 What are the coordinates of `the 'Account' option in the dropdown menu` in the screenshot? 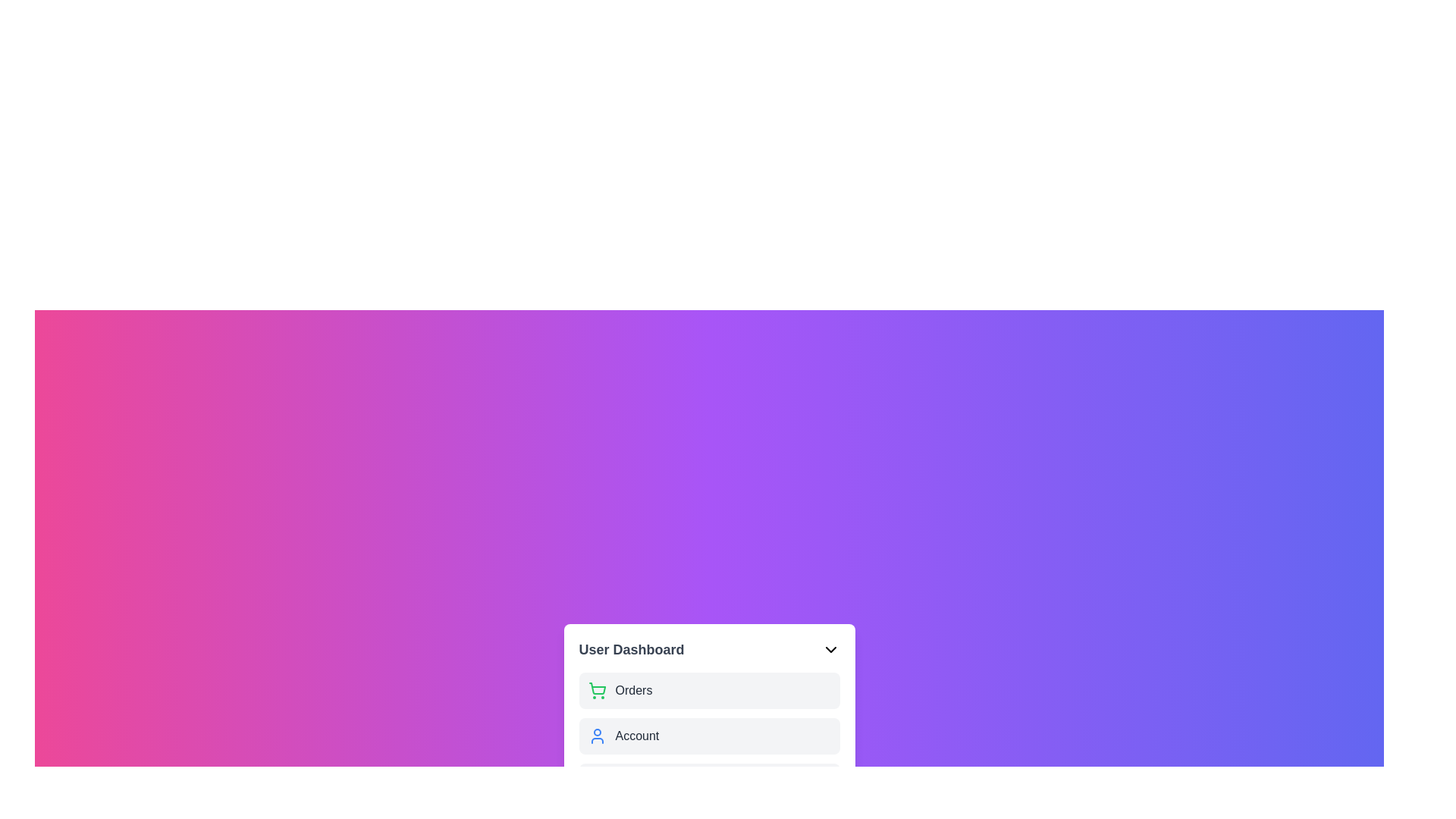 It's located at (708, 736).